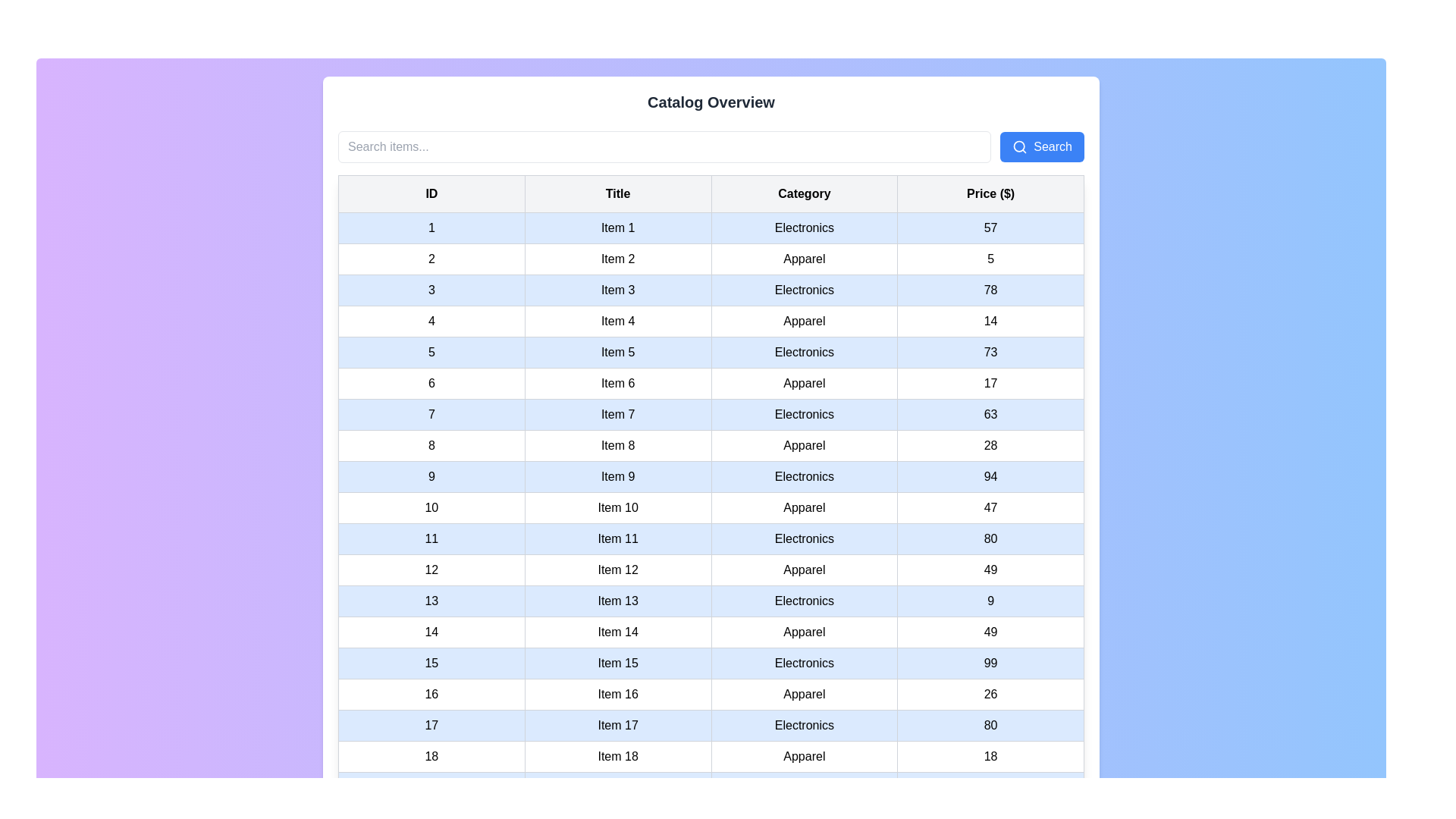 The width and height of the screenshot is (1456, 819). I want to click on the table cell displaying the number '1' located in the first row under the 'ID' column, so click(431, 227).